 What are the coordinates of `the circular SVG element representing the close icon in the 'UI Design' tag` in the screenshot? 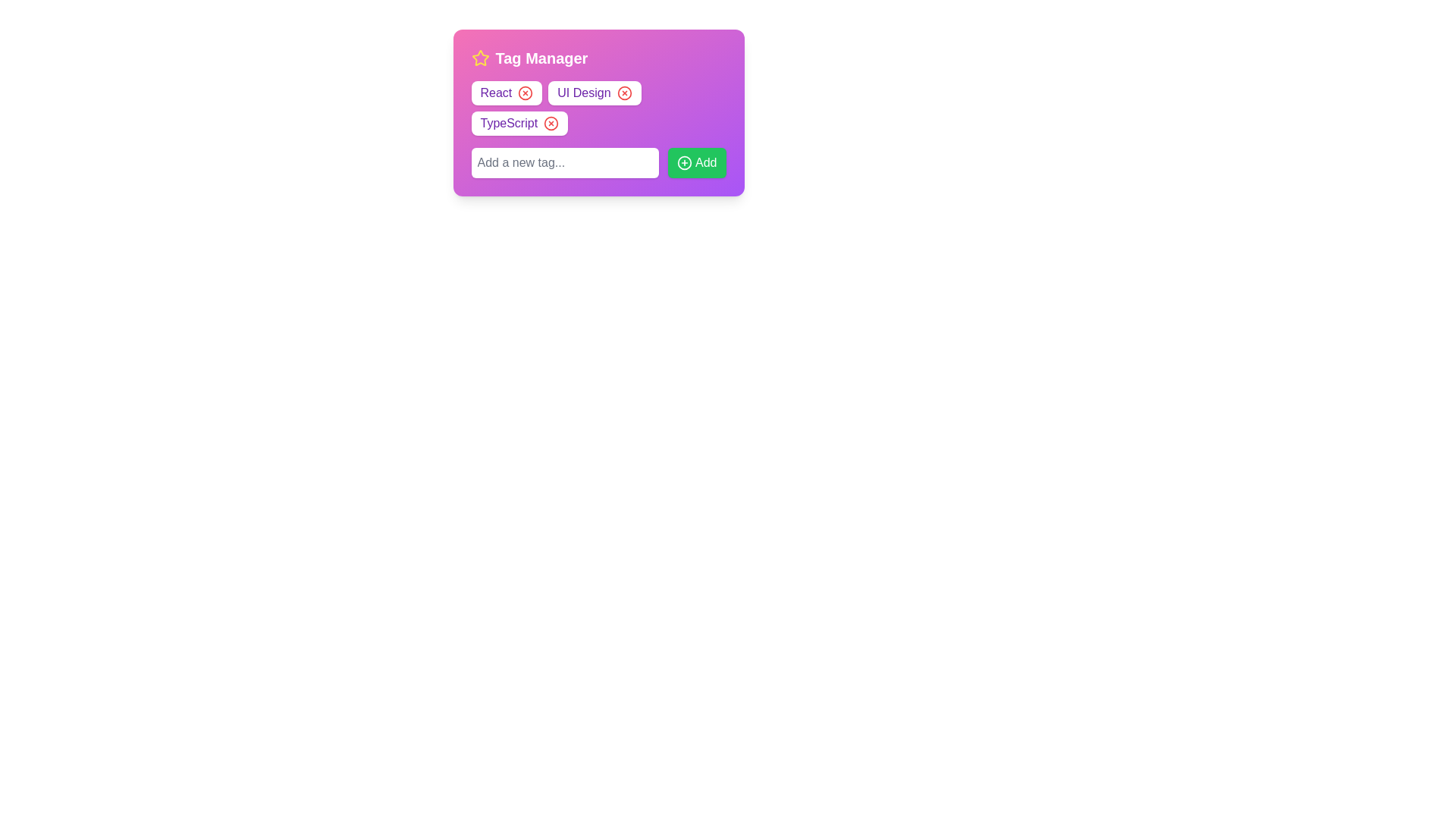 It's located at (624, 93).